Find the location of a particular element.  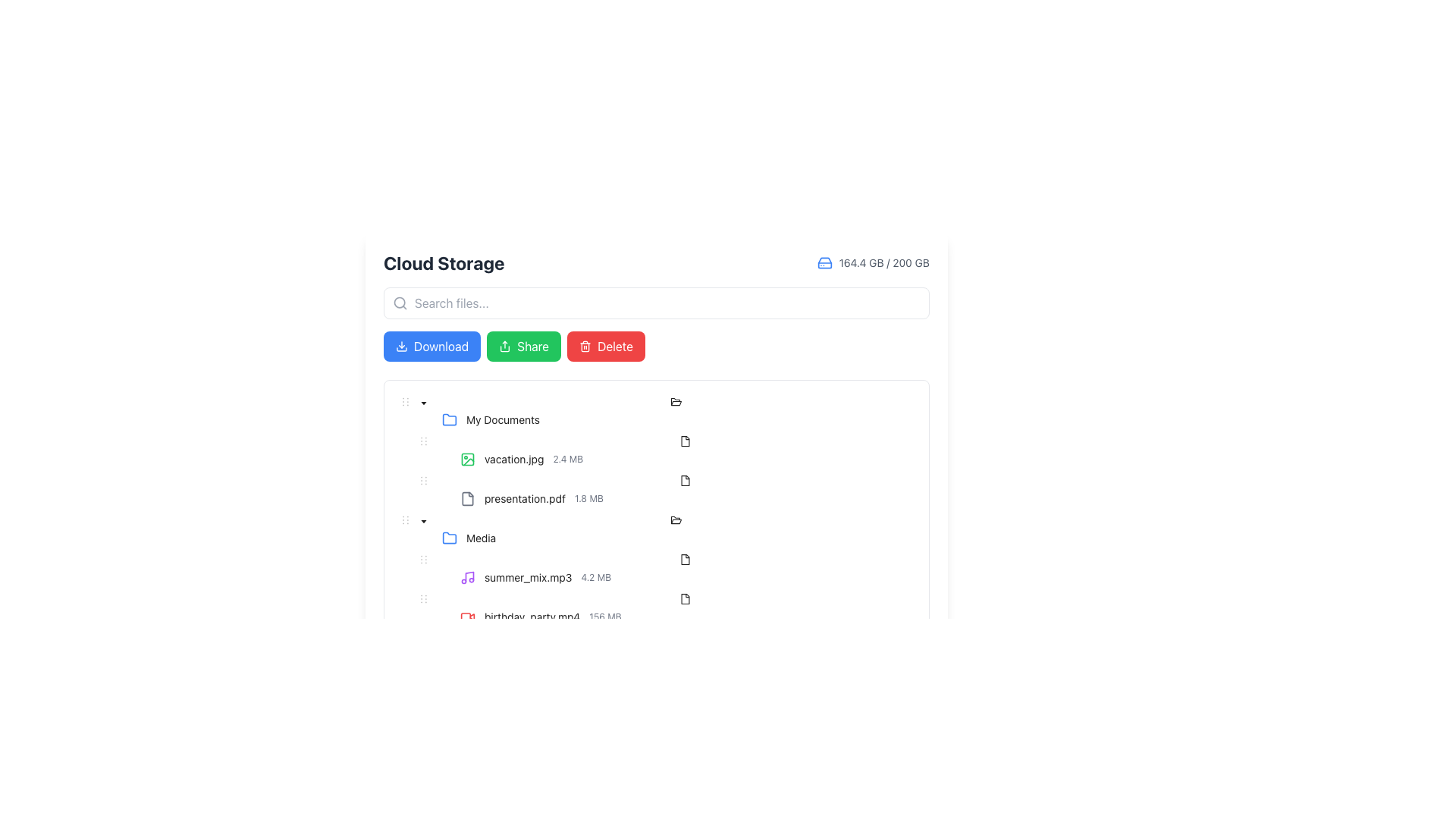

the indentation marker located to the left of the 'birthday_party.mp4' file item in the tree structure is located at coordinates (405, 607).